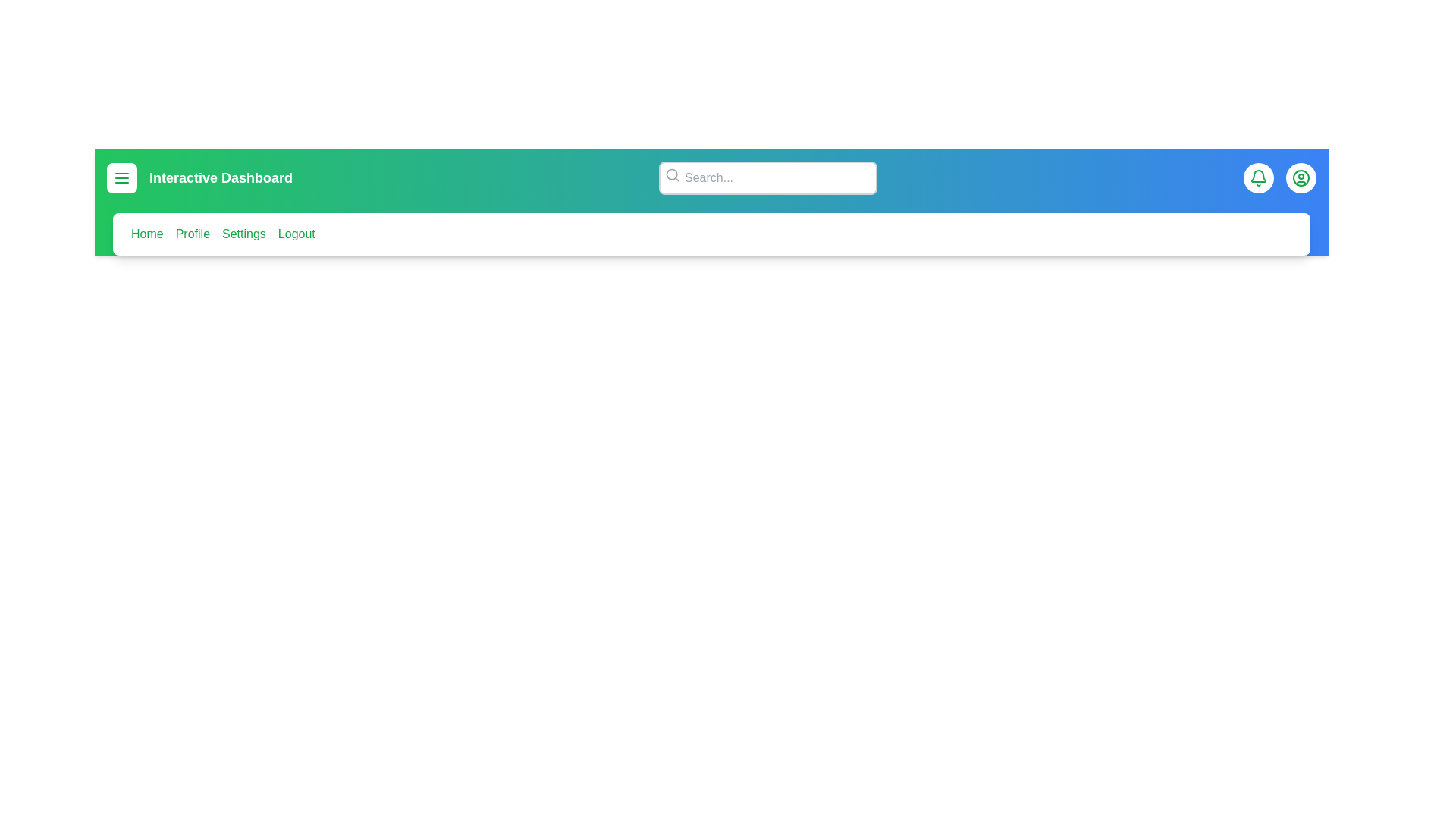 This screenshot has height=819, width=1456. What do you see at coordinates (1259, 177) in the screenshot?
I see `the bell icon to view notifications` at bounding box center [1259, 177].